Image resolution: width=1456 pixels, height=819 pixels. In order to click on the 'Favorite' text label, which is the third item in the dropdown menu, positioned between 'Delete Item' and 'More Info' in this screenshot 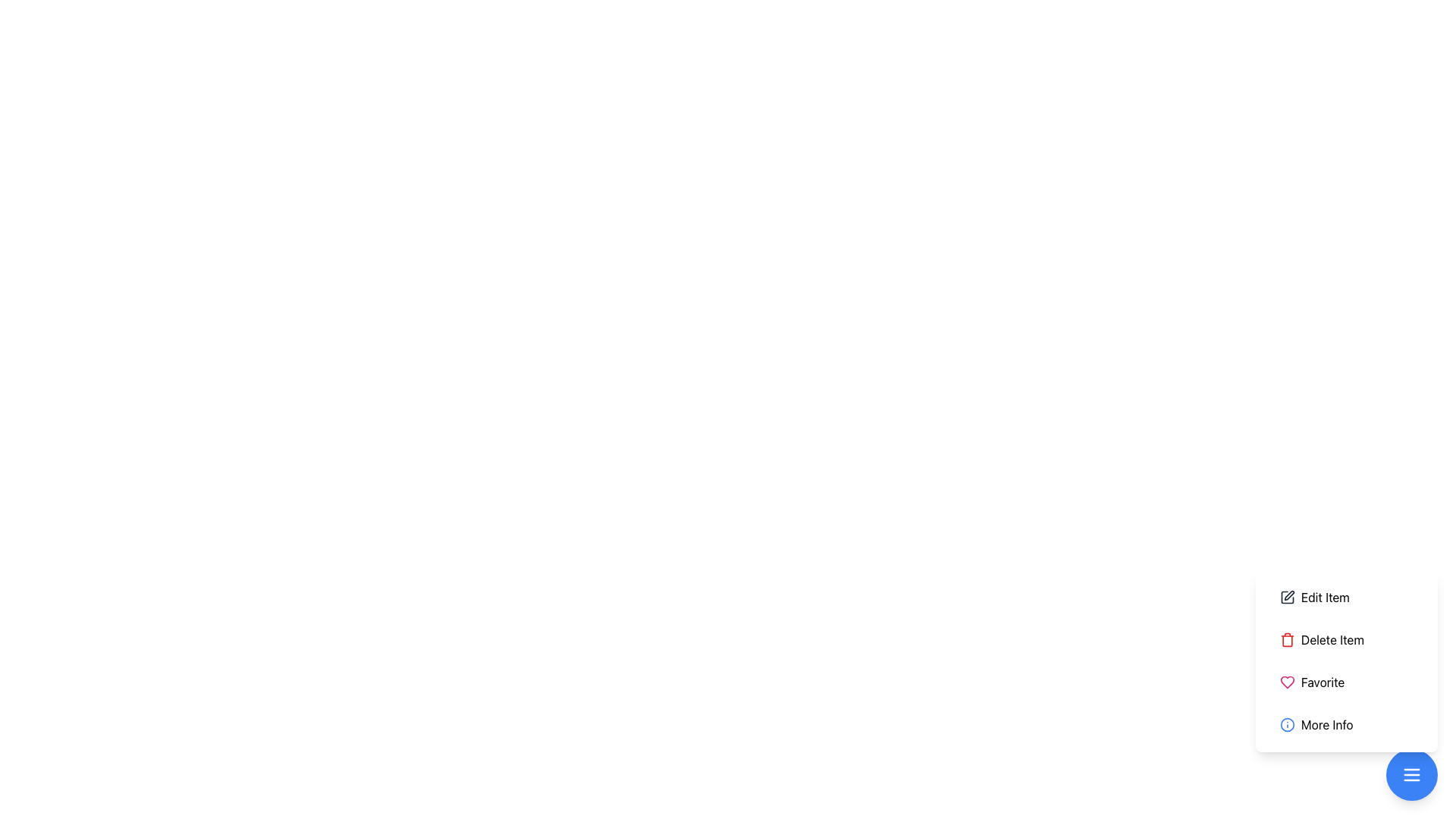, I will do `click(1322, 681)`.